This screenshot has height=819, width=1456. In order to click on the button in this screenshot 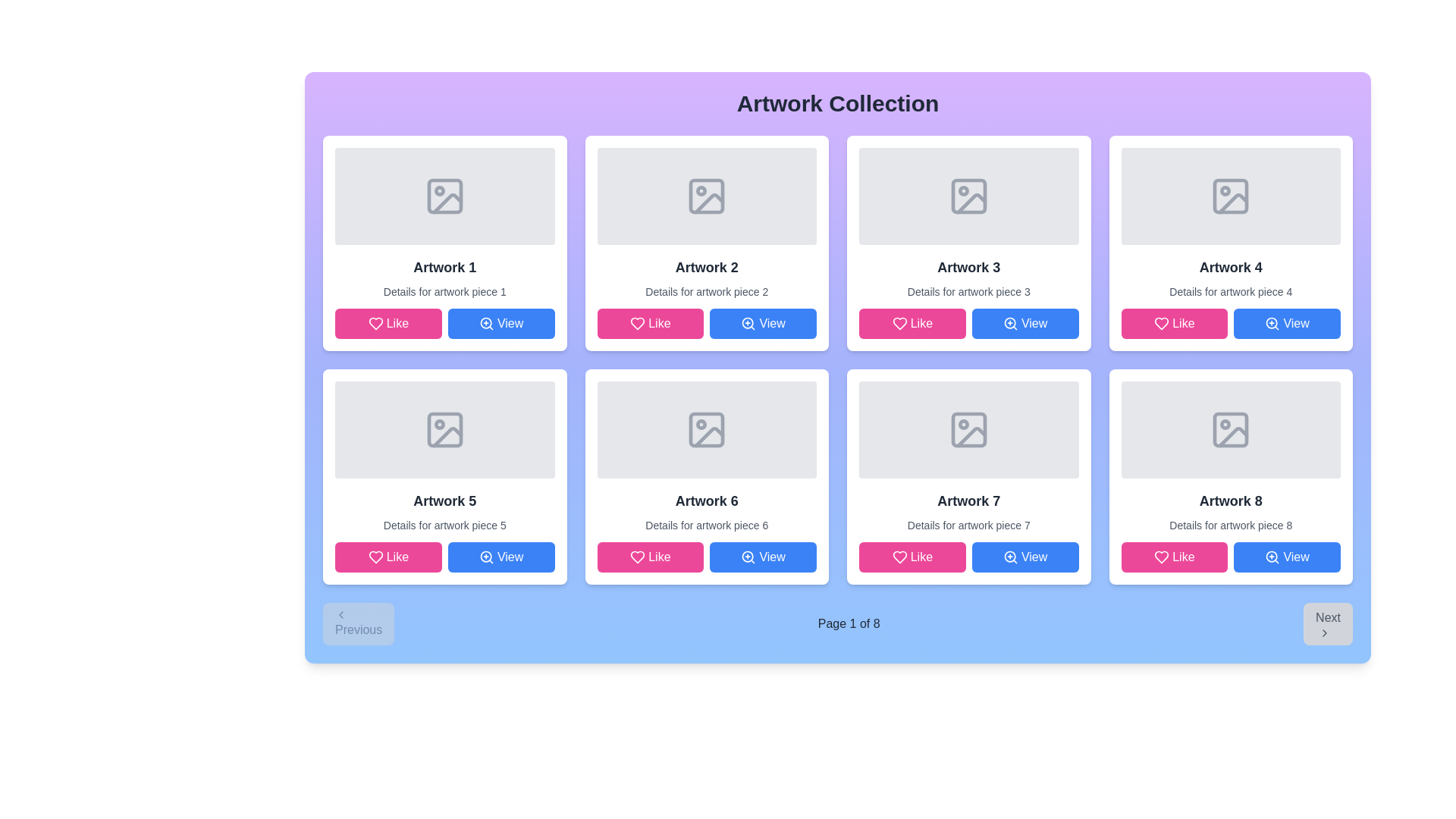, I will do `click(1025, 557)`.